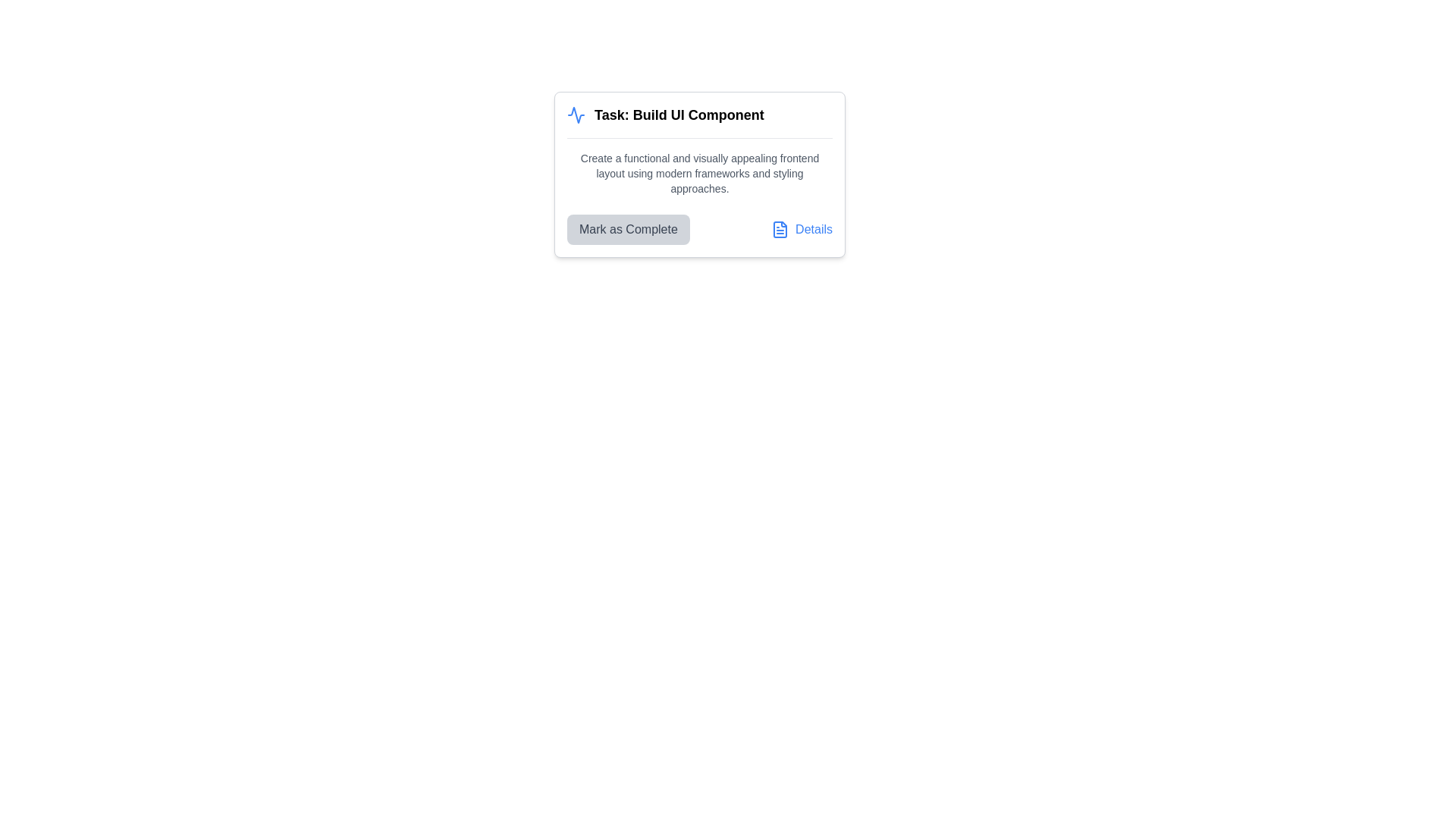 Image resolution: width=1456 pixels, height=819 pixels. What do you see at coordinates (801, 230) in the screenshot?
I see `the 'Details' link which is blue and has a document icon on the left, located in the lower-right corner of the card layout` at bounding box center [801, 230].